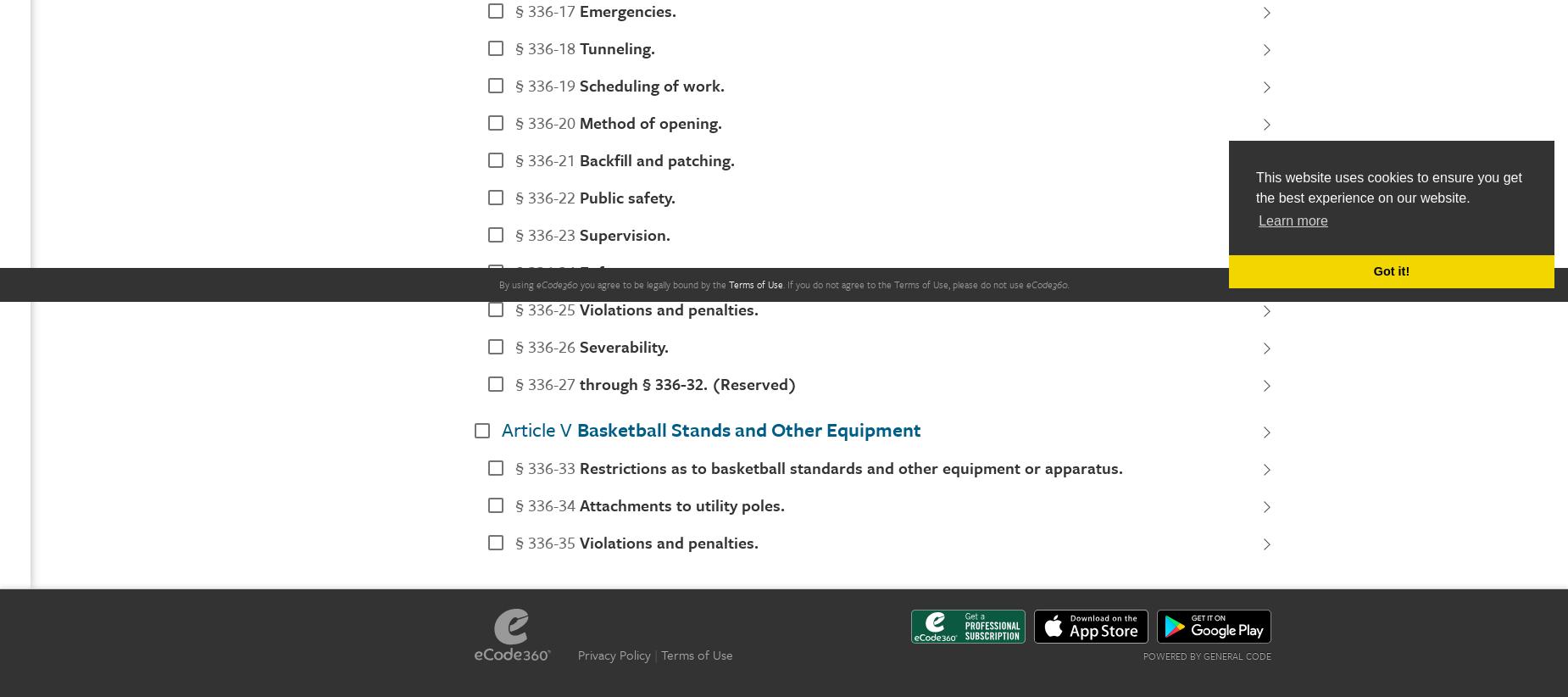 This screenshot has width=1568, height=697. What do you see at coordinates (604, 283) in the screenshot?
I see `'you agree to'` at bounding box center [604, 283].